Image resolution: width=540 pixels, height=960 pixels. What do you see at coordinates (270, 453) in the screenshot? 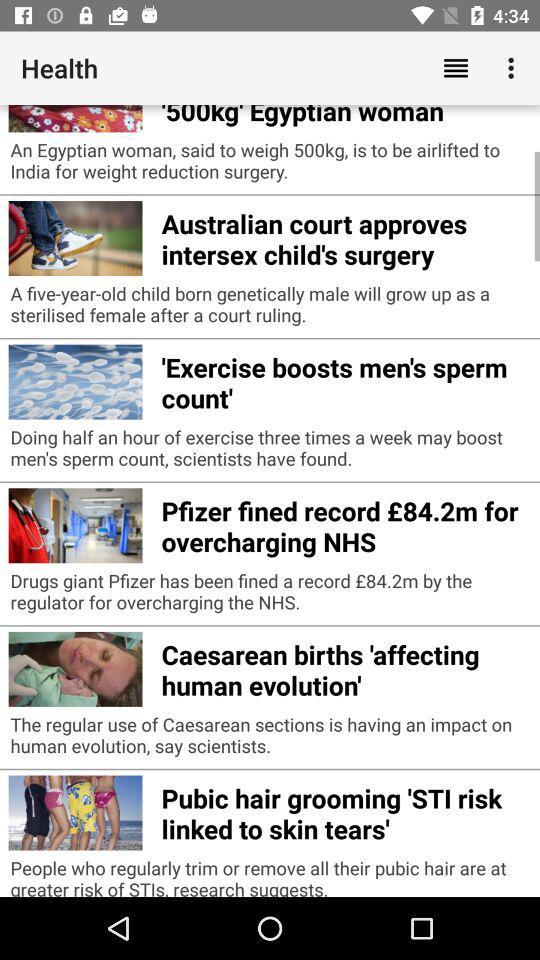
I see `the doing half an item` at bounding box center [270, 453].